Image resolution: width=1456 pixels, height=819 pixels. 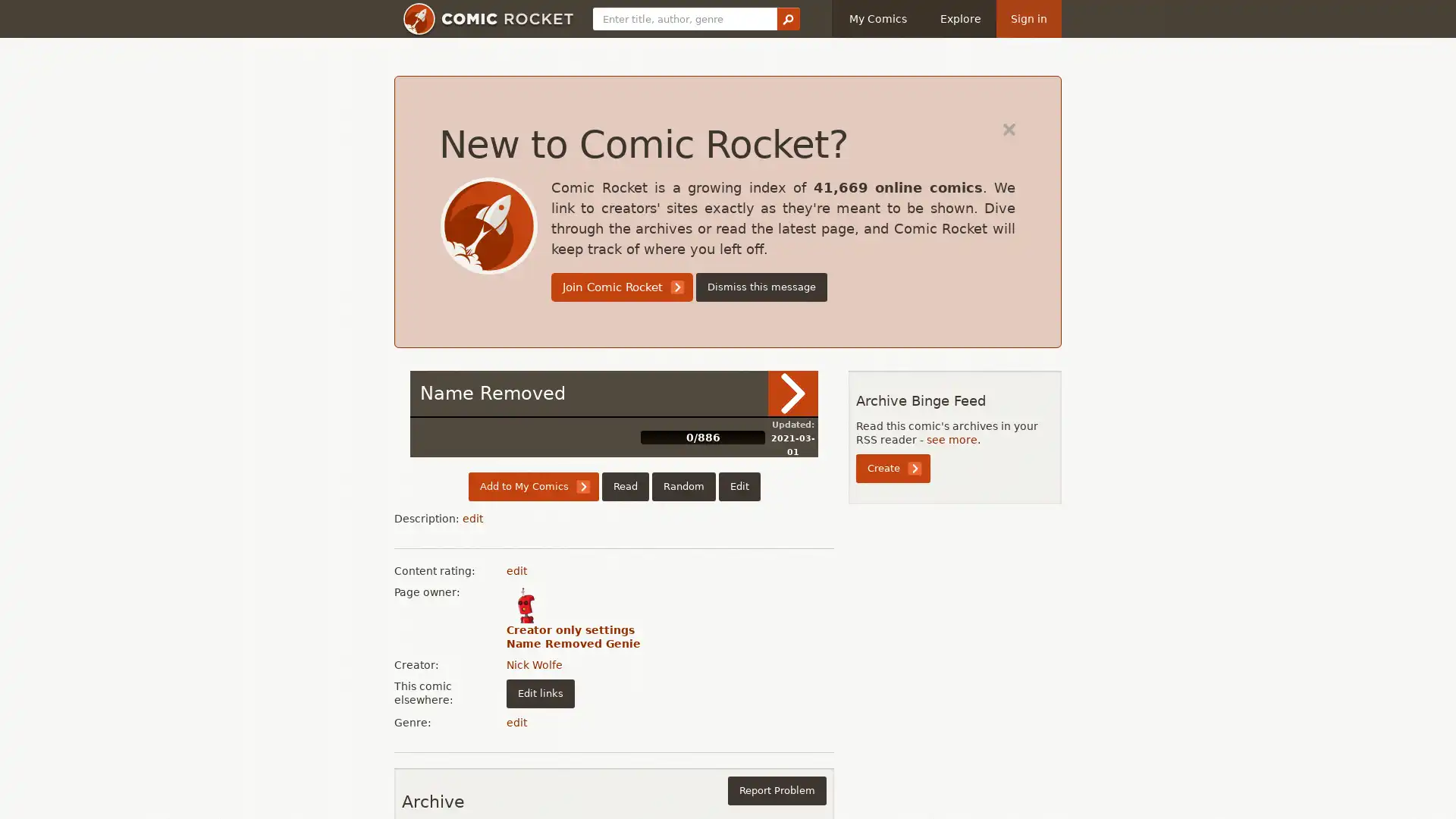 I want to click on Create, so click(x=893, y=467).